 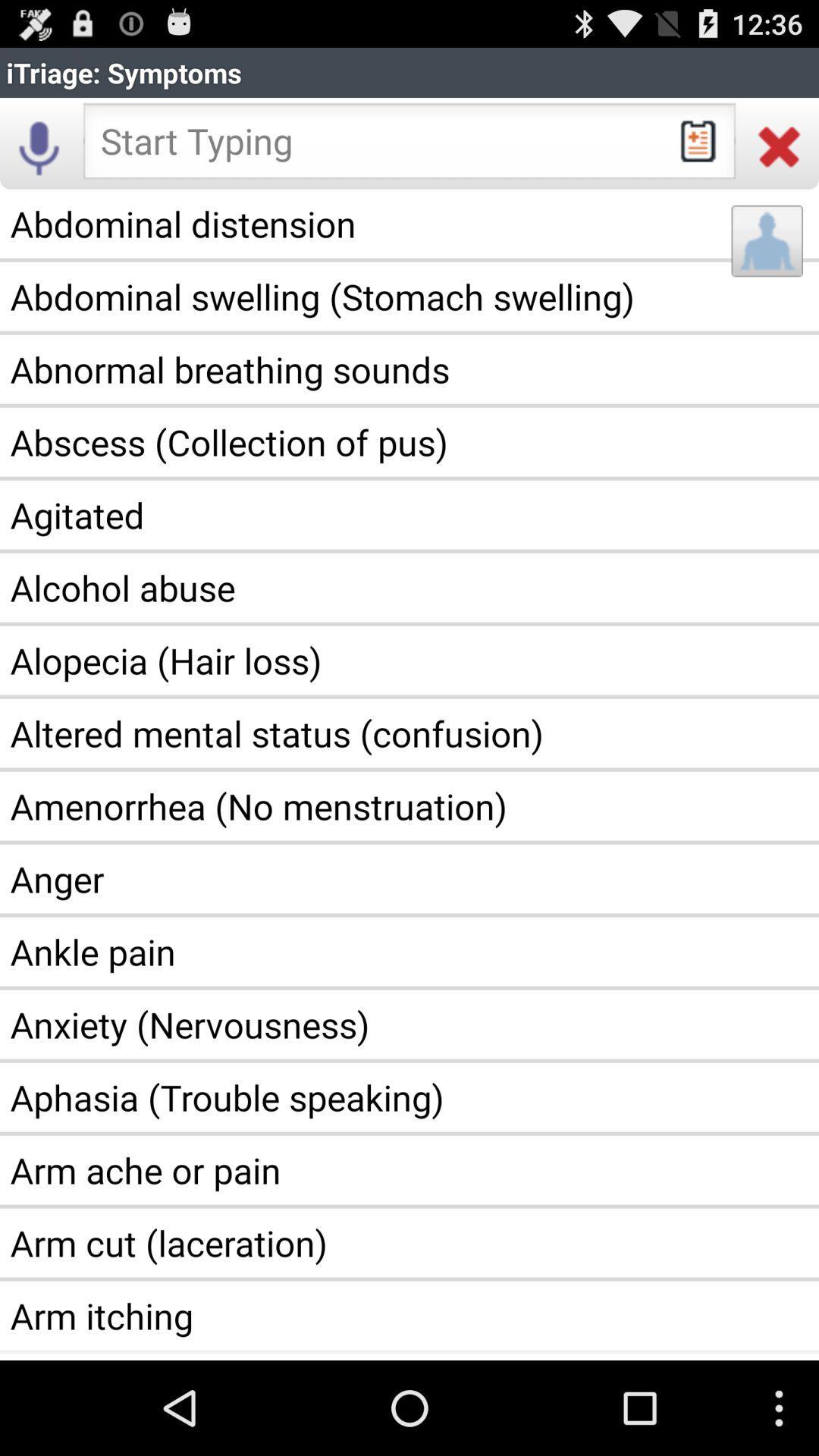 What do you see at coordinates (779, 155) in the screenshot?
I see `the close icon` at bounding box center [779, 155].